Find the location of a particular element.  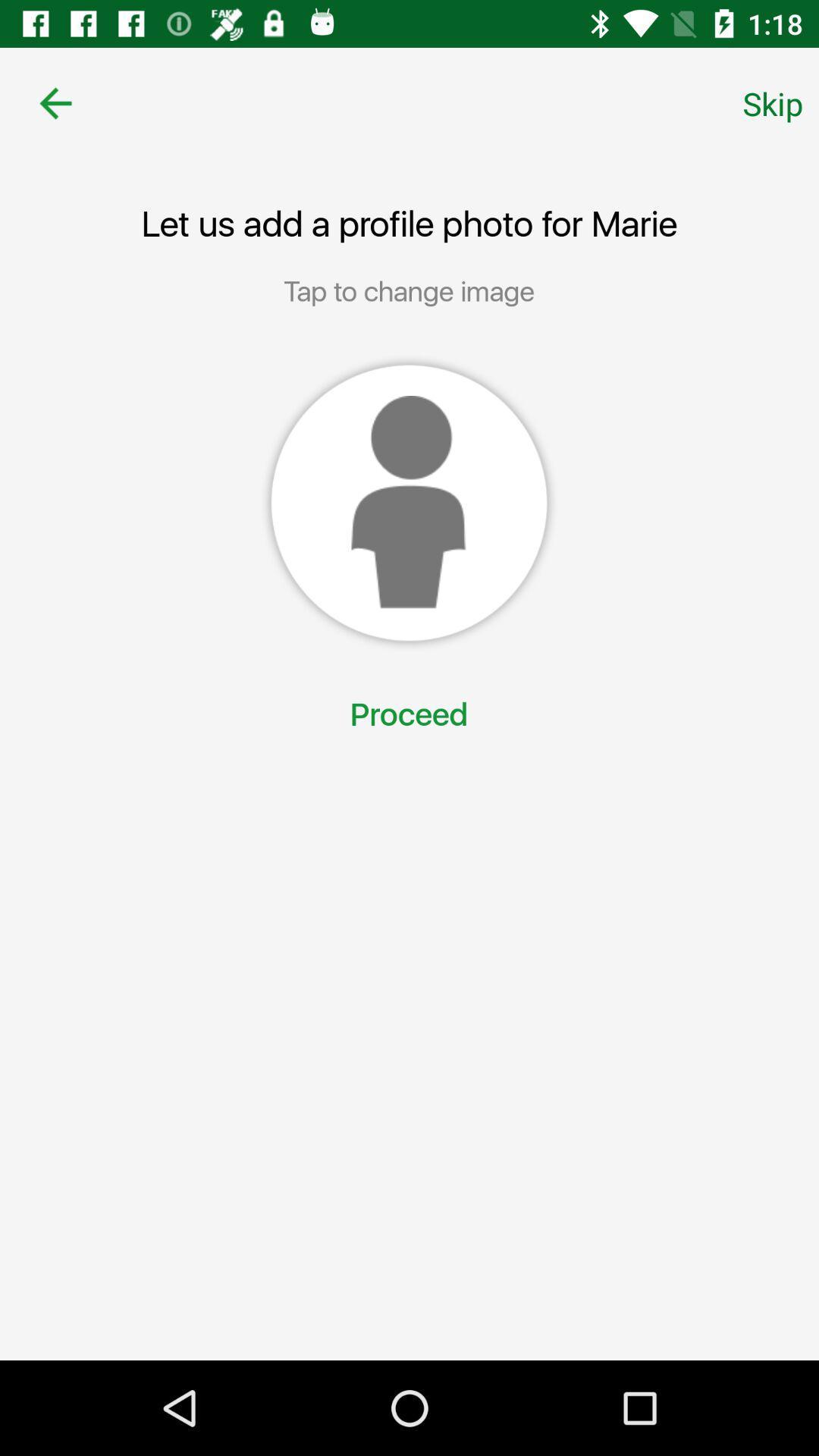

item above the proceed is located at coordinates (408, 503).